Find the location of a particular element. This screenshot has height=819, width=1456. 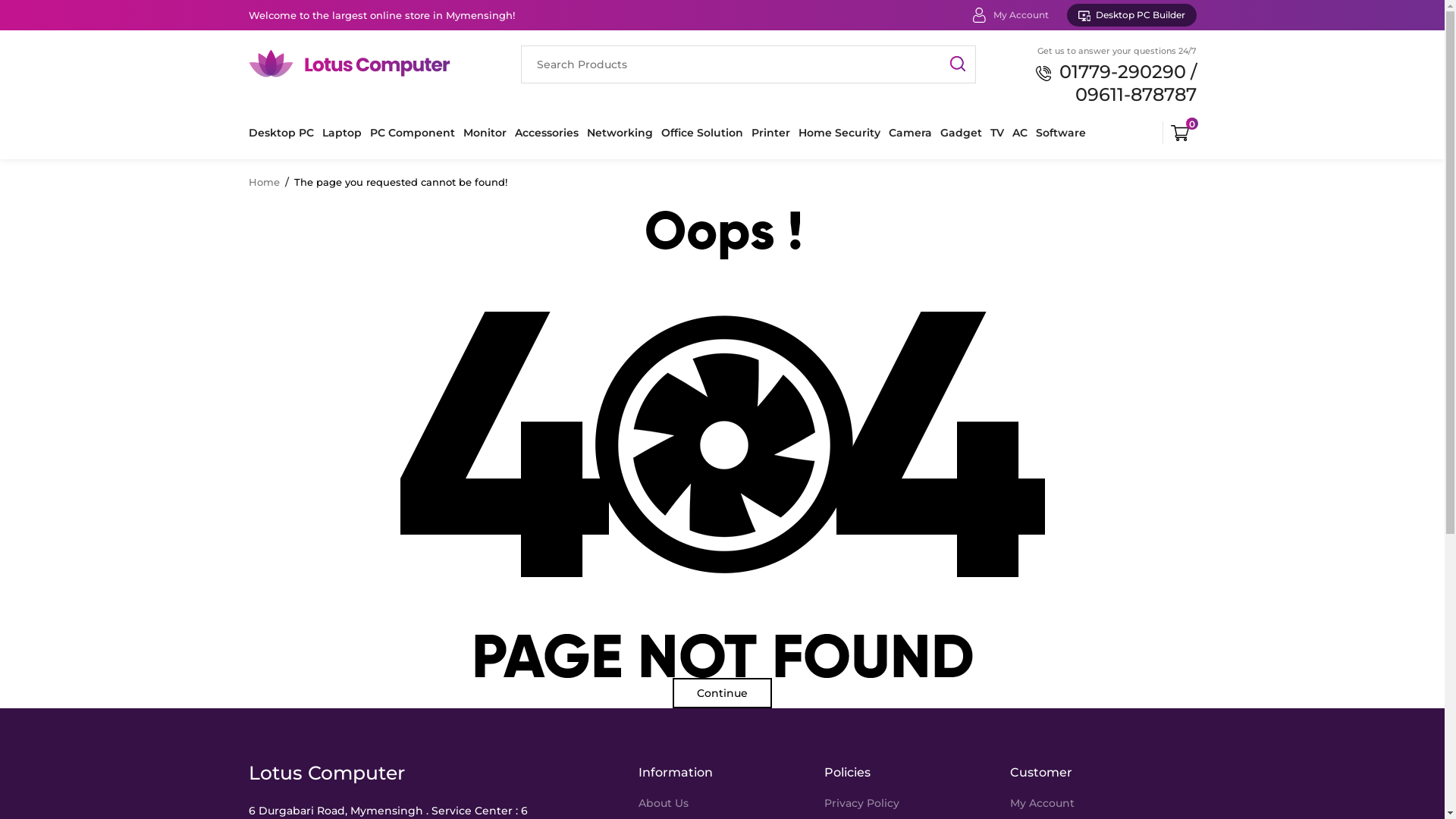

'Printer' is located at coordinates (770, 131).